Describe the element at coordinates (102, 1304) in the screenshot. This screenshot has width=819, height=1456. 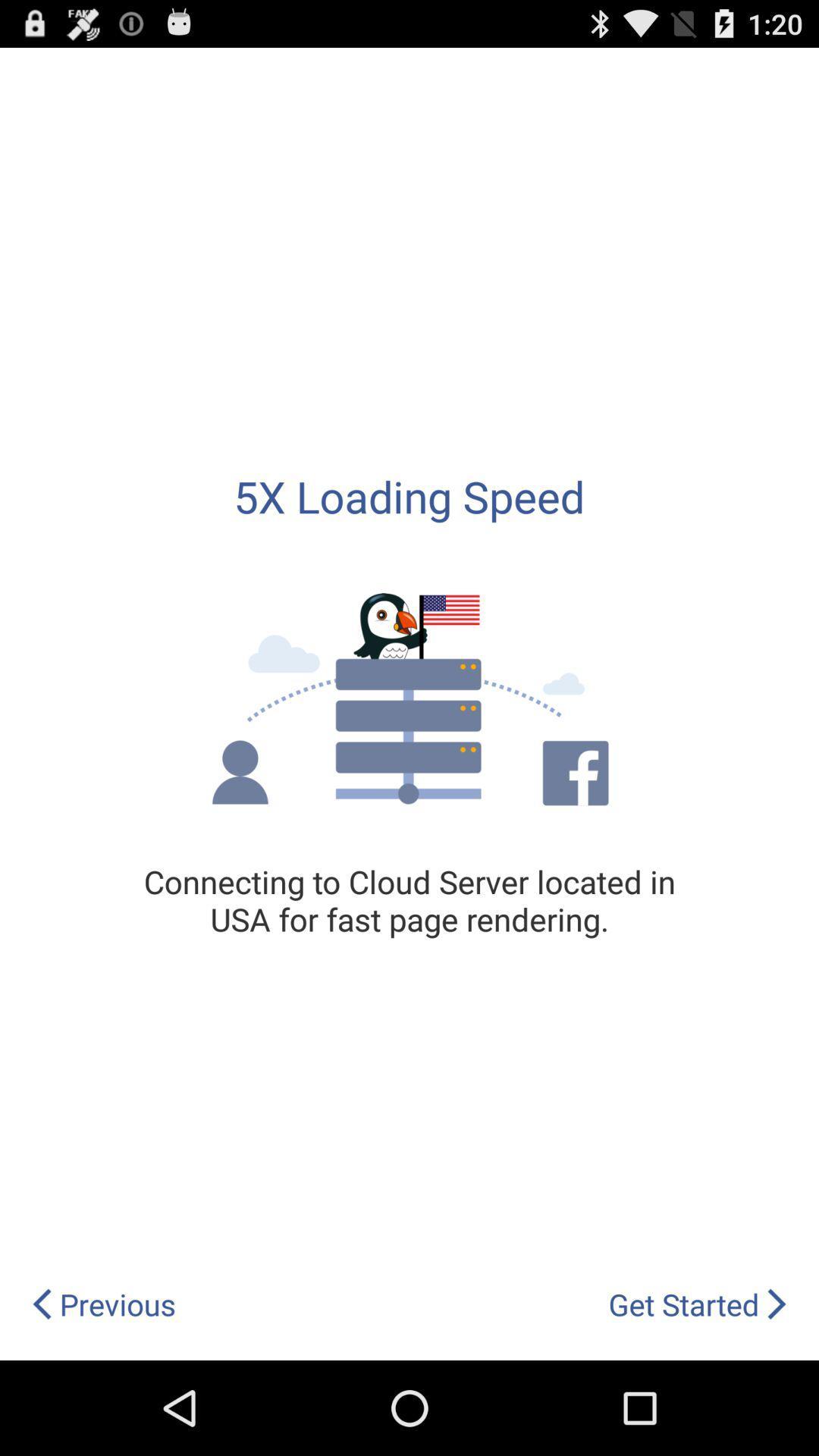
I see `the app next to get started app` at that location.